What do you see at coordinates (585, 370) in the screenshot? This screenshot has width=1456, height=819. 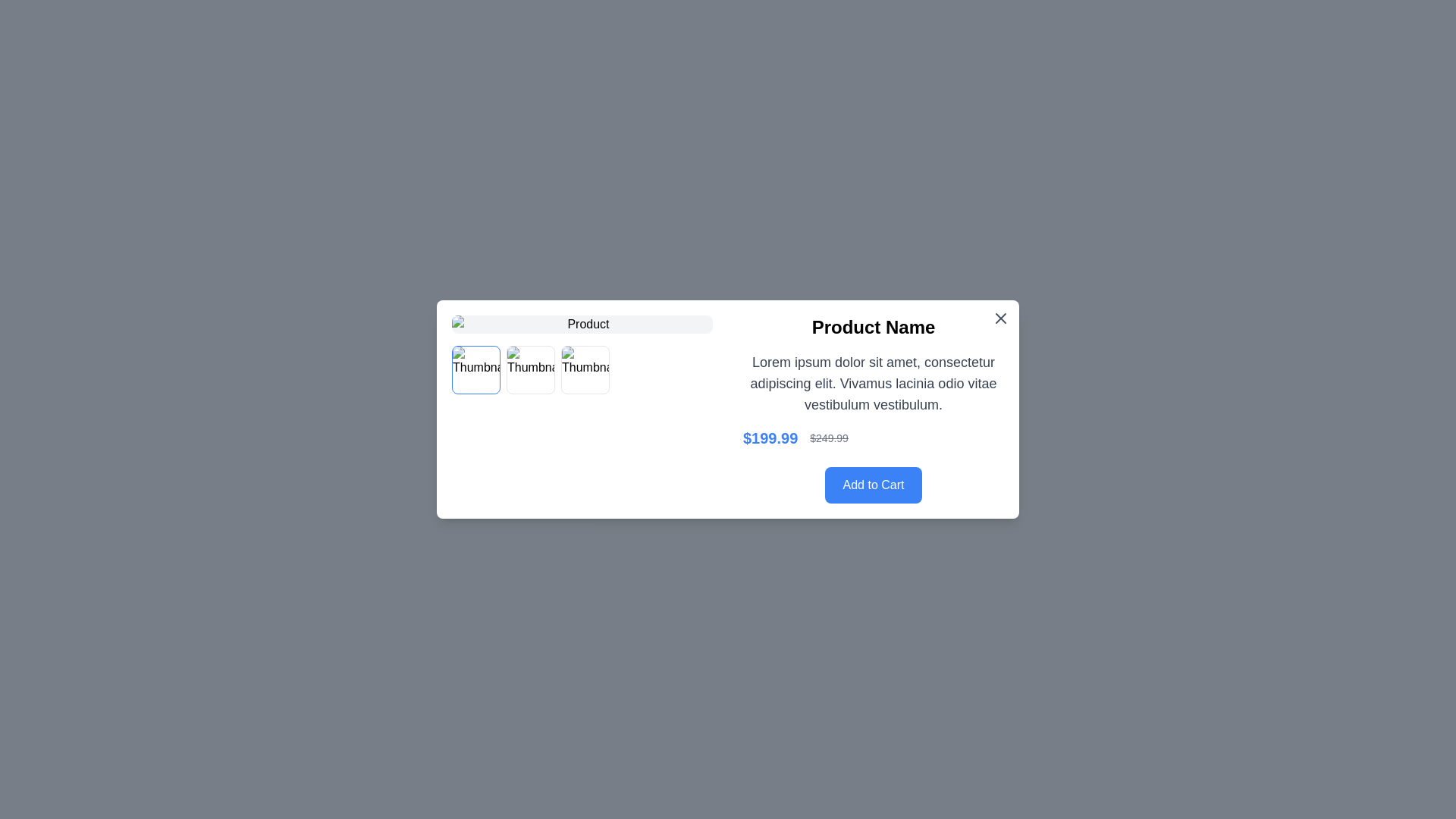 I see `the square thumbnail image with a rounded border displaying '/img/product3.jpg' located below the 'Product' section` at bounding box center [585, 370].